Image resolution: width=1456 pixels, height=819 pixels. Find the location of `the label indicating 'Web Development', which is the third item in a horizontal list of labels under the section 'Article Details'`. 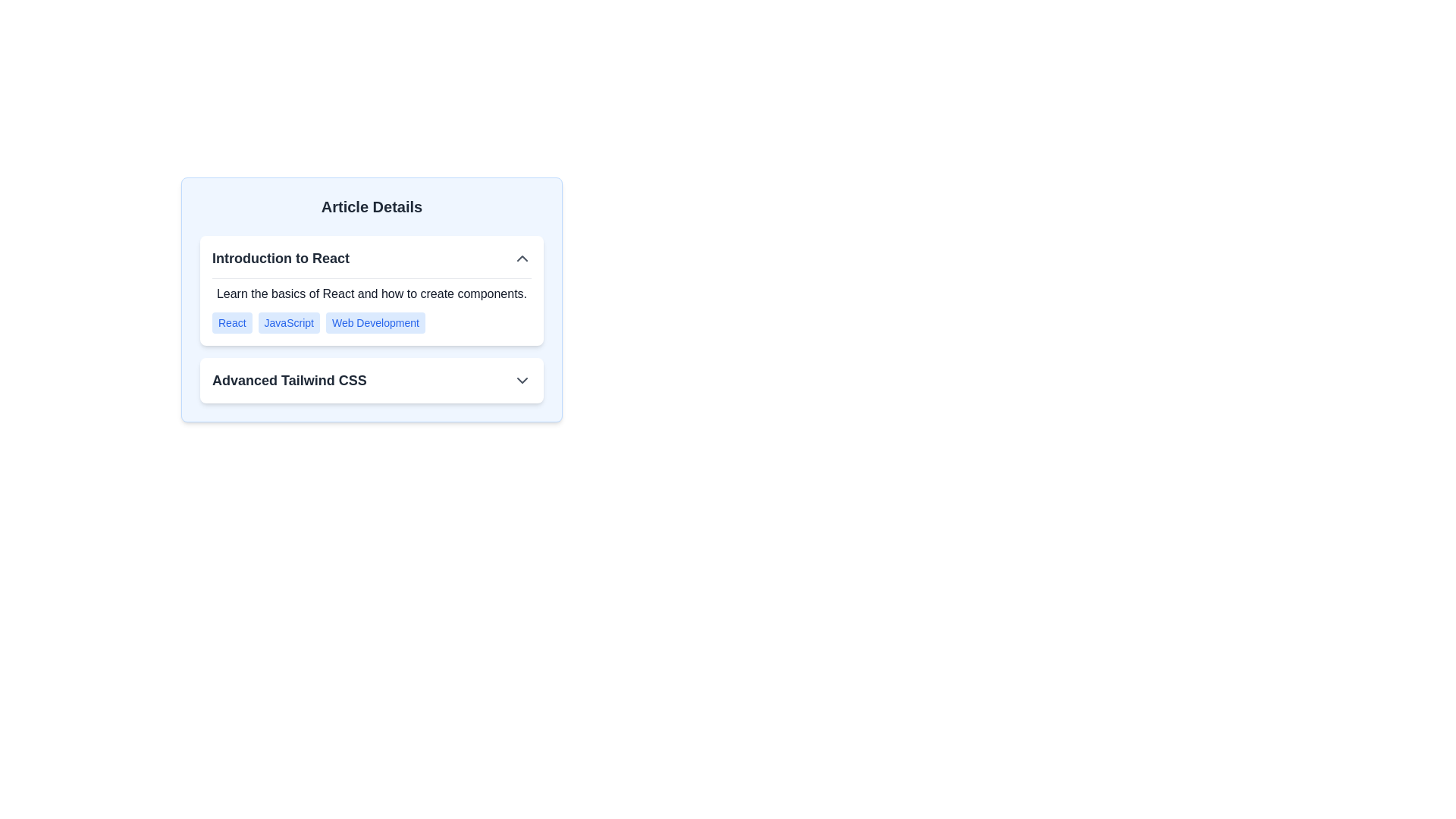

the label indicating 'Web Development', which is the third item in a horizontal list of labels under the section 'Article Details' is located at coordinates (375, 322).